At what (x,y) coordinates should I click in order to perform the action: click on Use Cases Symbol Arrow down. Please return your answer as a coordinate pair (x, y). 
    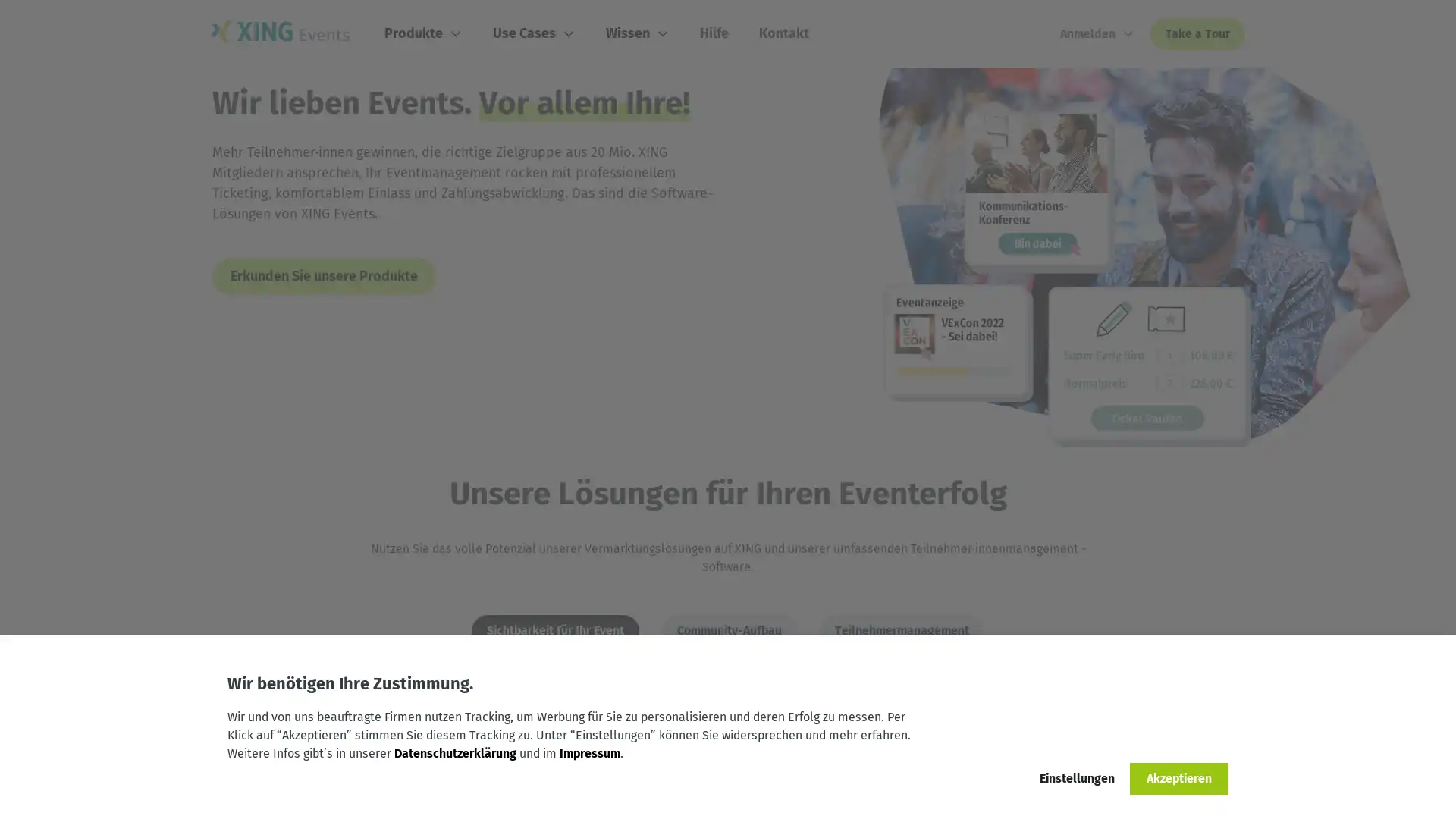
    Looking at the image, I should click on (536, 33).